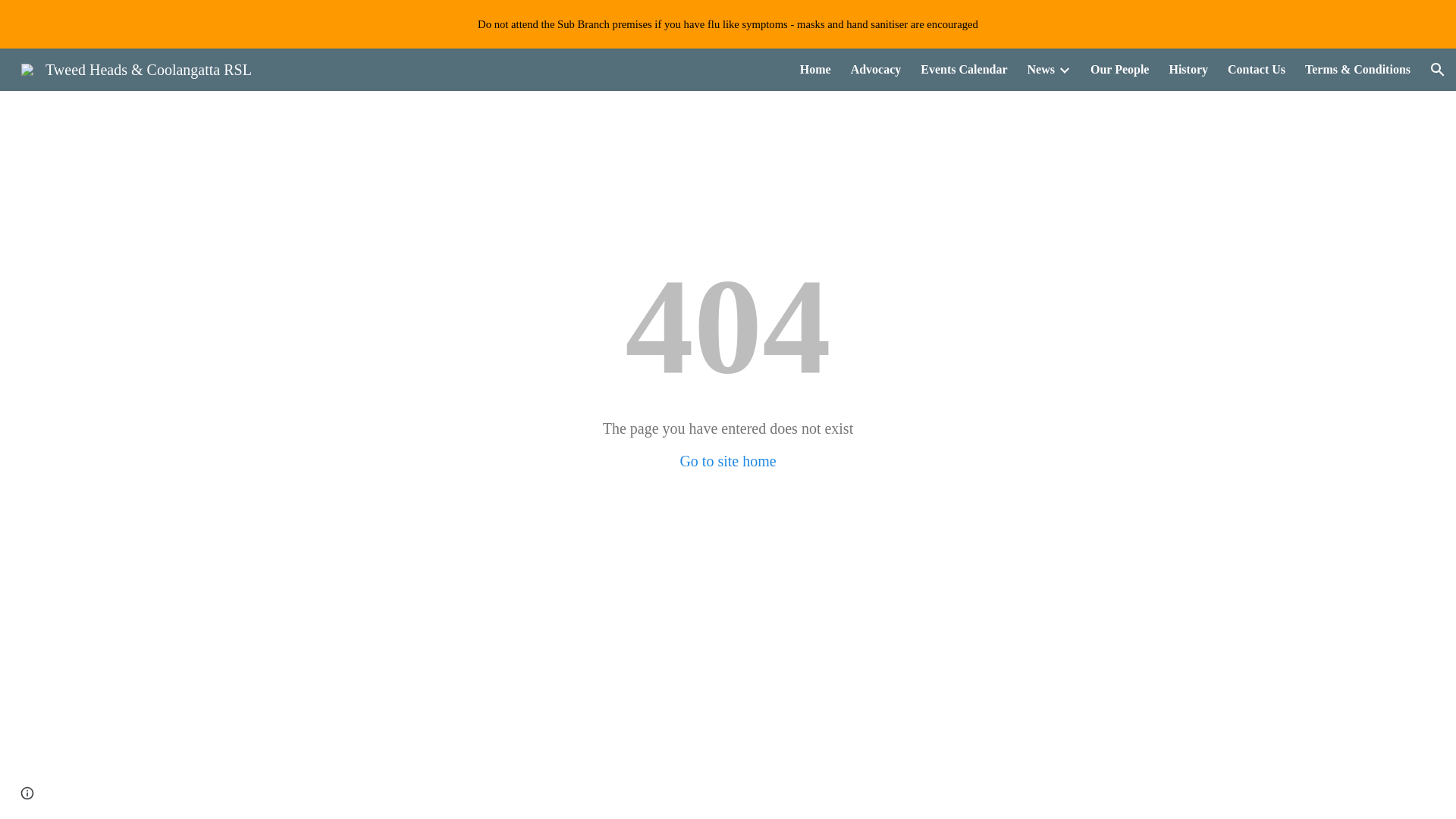 This screenshot has height=819, width=1456. I want to click on 'Expand/Collapse', so click(1056, 70).